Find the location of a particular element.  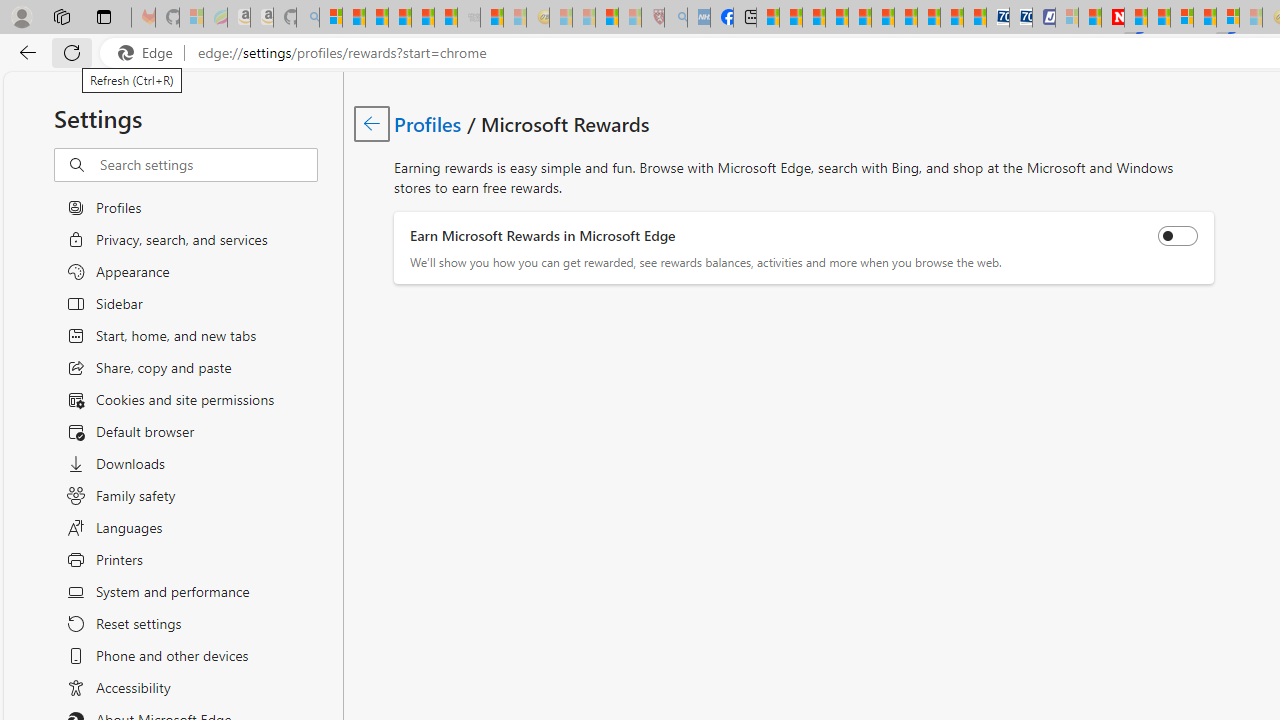

'Edge' is located at coordinates (149, 52).